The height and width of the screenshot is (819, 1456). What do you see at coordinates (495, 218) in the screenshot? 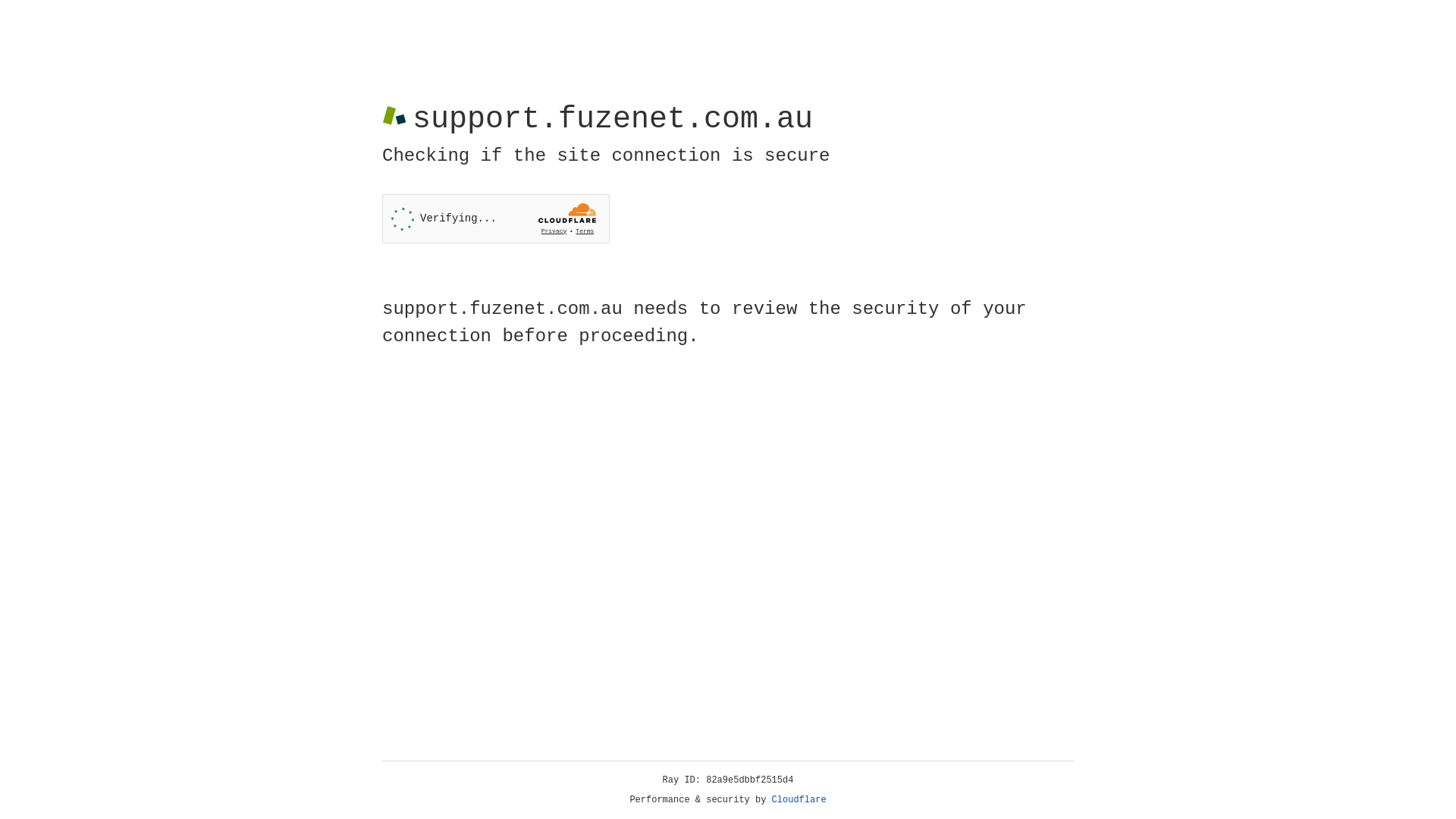
I see `'Widget containing a Cloudflare security challenge'` at bounding box center [495, 218].